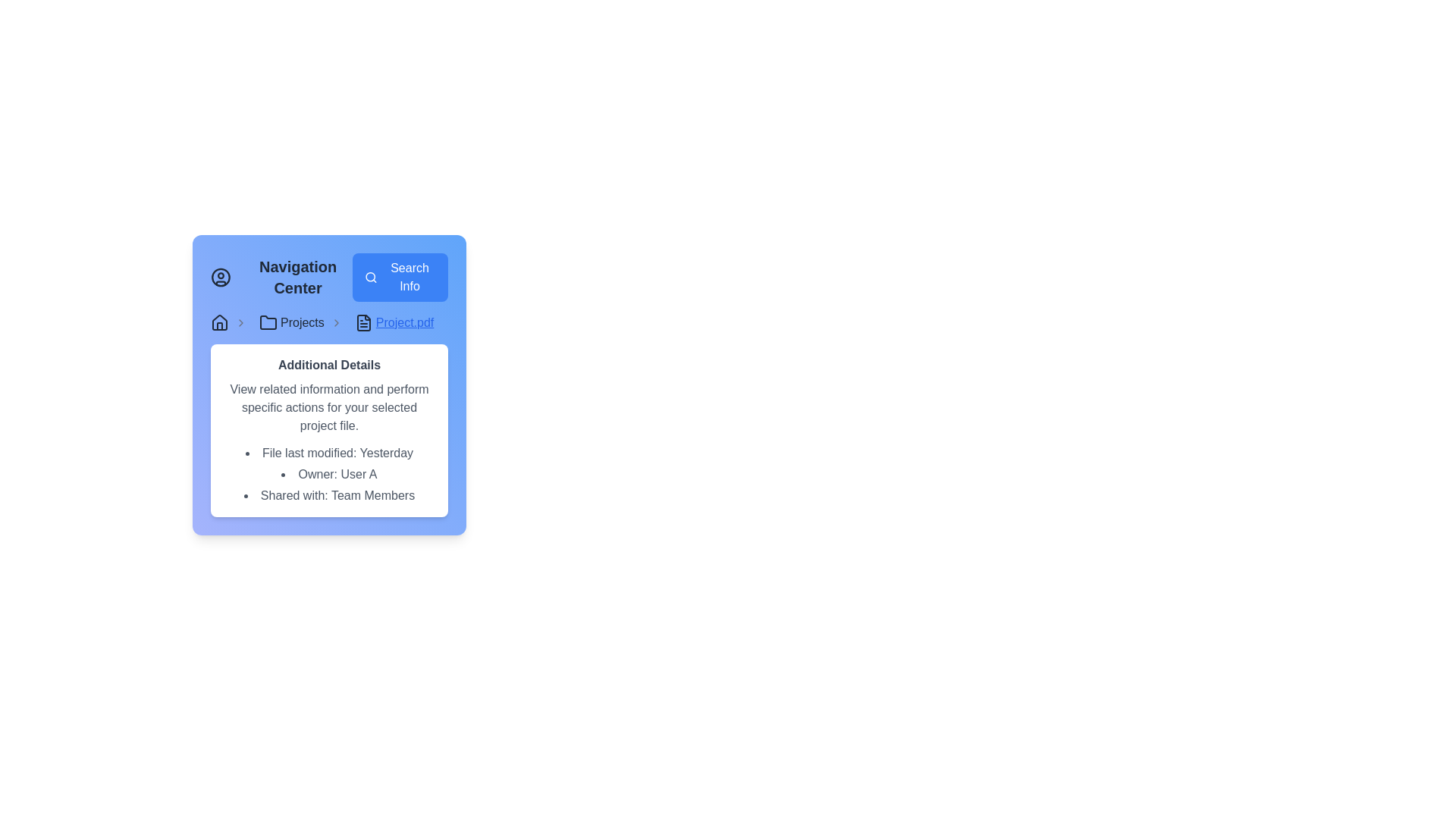 This screenshot has height=819, width=1456. I want to click on the outermost circle of the user avatar icon located in the top left header of the Navigation Center panel, so click(220, 278).